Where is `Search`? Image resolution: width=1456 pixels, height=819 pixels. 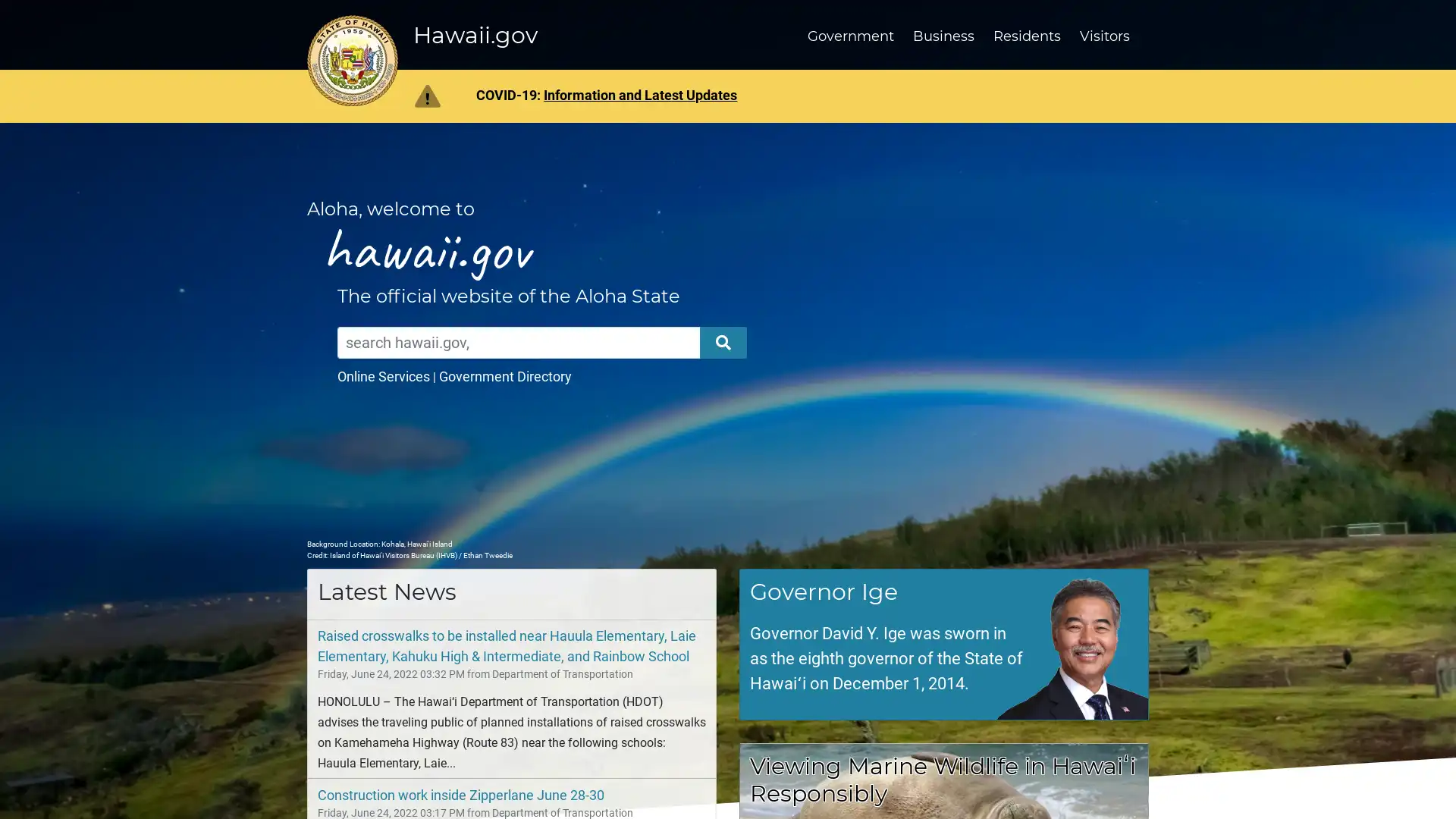 Search is located at coordinates (723, 342).